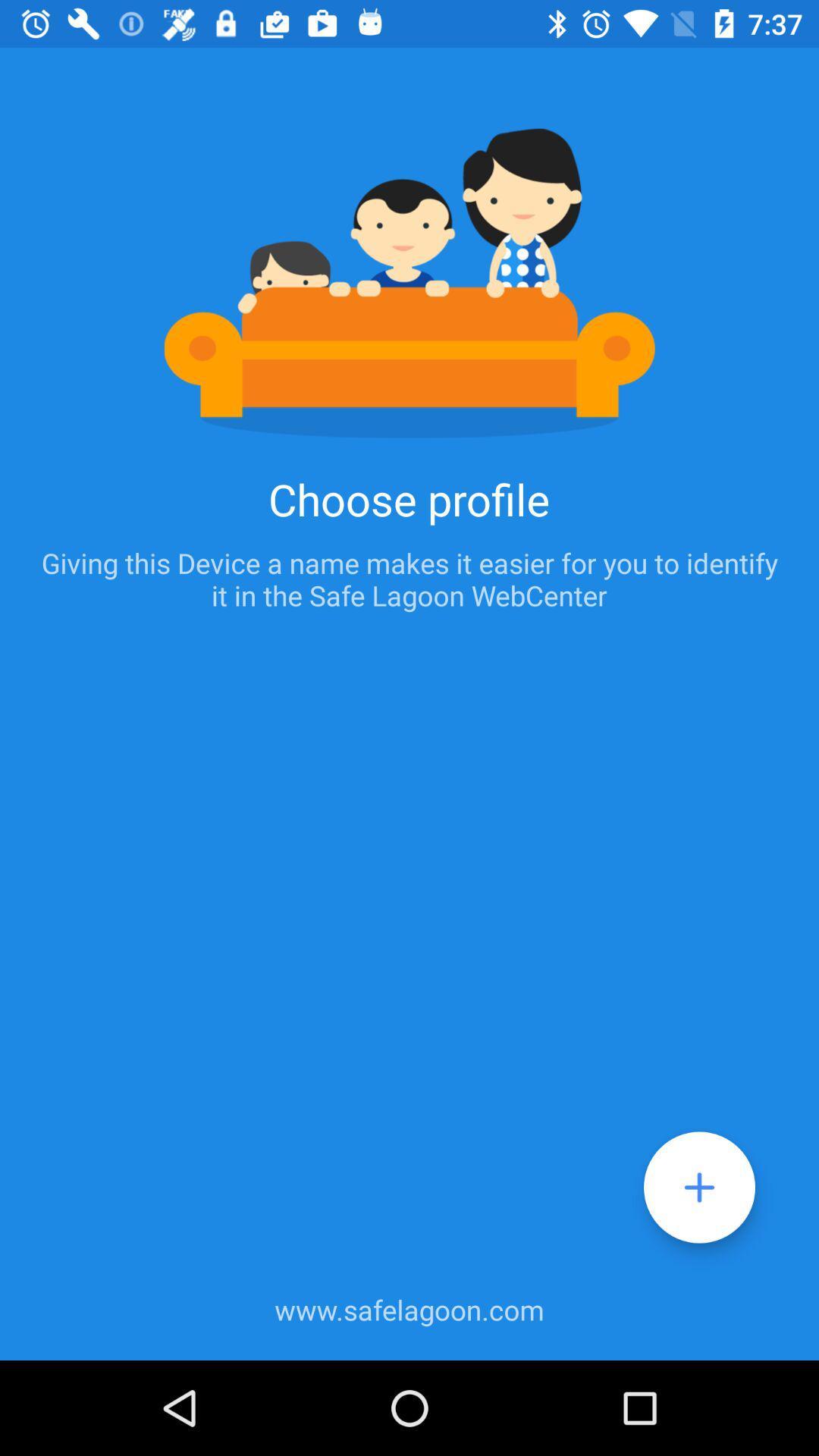  What do you see at coordinates (699, 1186) in the screenshot?
I see `give device a name` at bounding box center [699, 1186].